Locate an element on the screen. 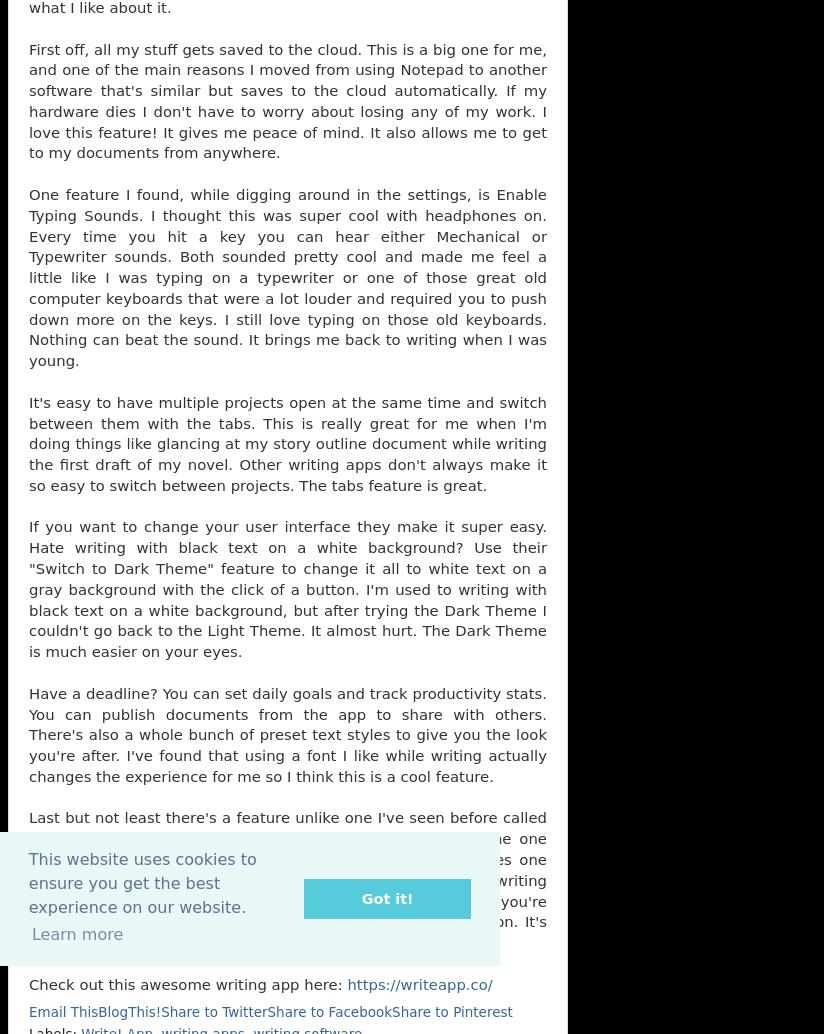 This screenshot has width=824, height=1034. 'Have a deadline? You can set daily goals and track productivity stats. You can publish documents from the app to share with others. There's also a whole bunch of preset text styles to give you the look you're after. I've found that using a font I like while writing actually changes the experience for me so I think this is a cool feature.' is located at coordinates (286, 734).